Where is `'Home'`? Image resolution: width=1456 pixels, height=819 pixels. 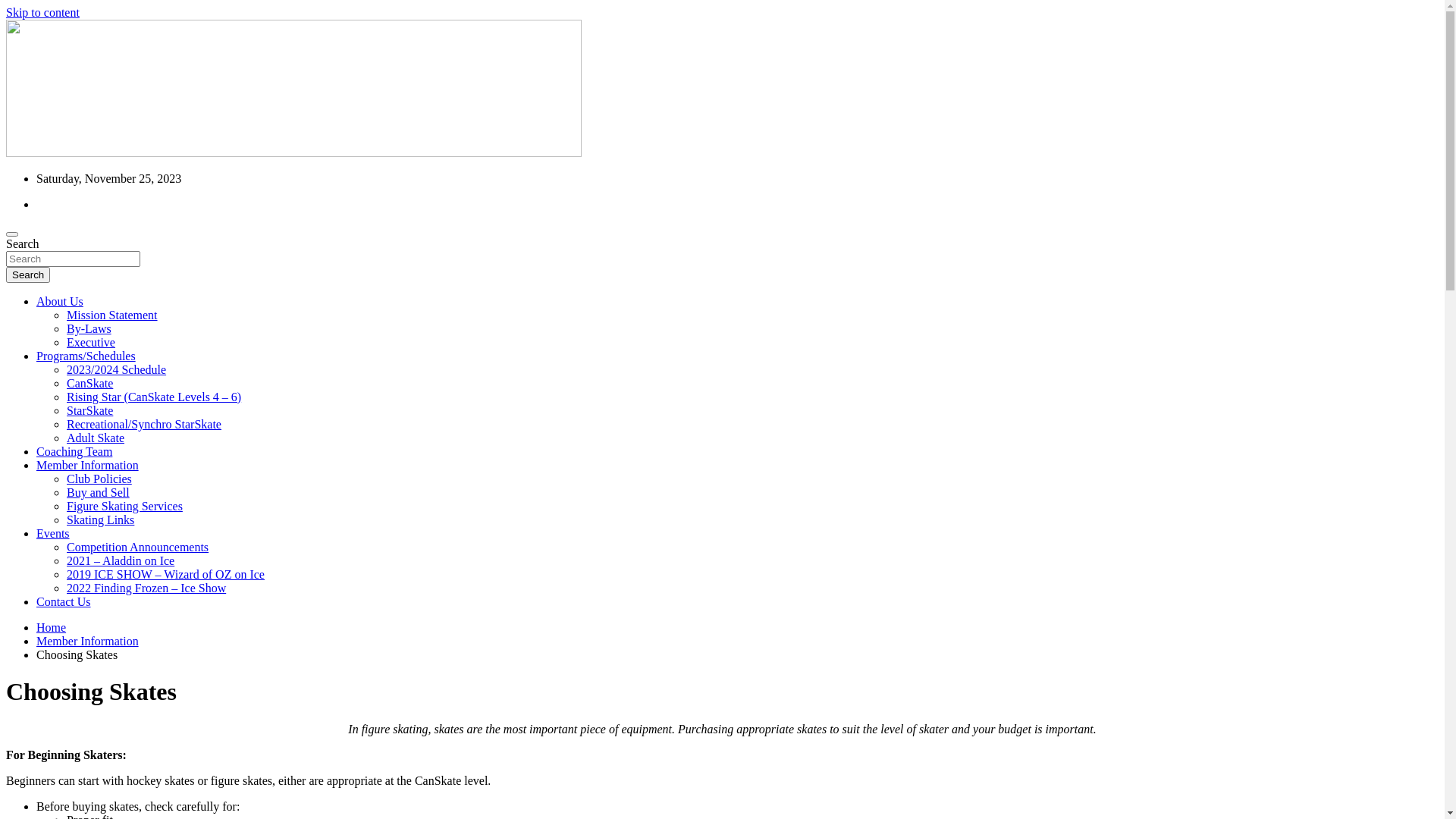
'Home' is located at coordinates (51, 627).